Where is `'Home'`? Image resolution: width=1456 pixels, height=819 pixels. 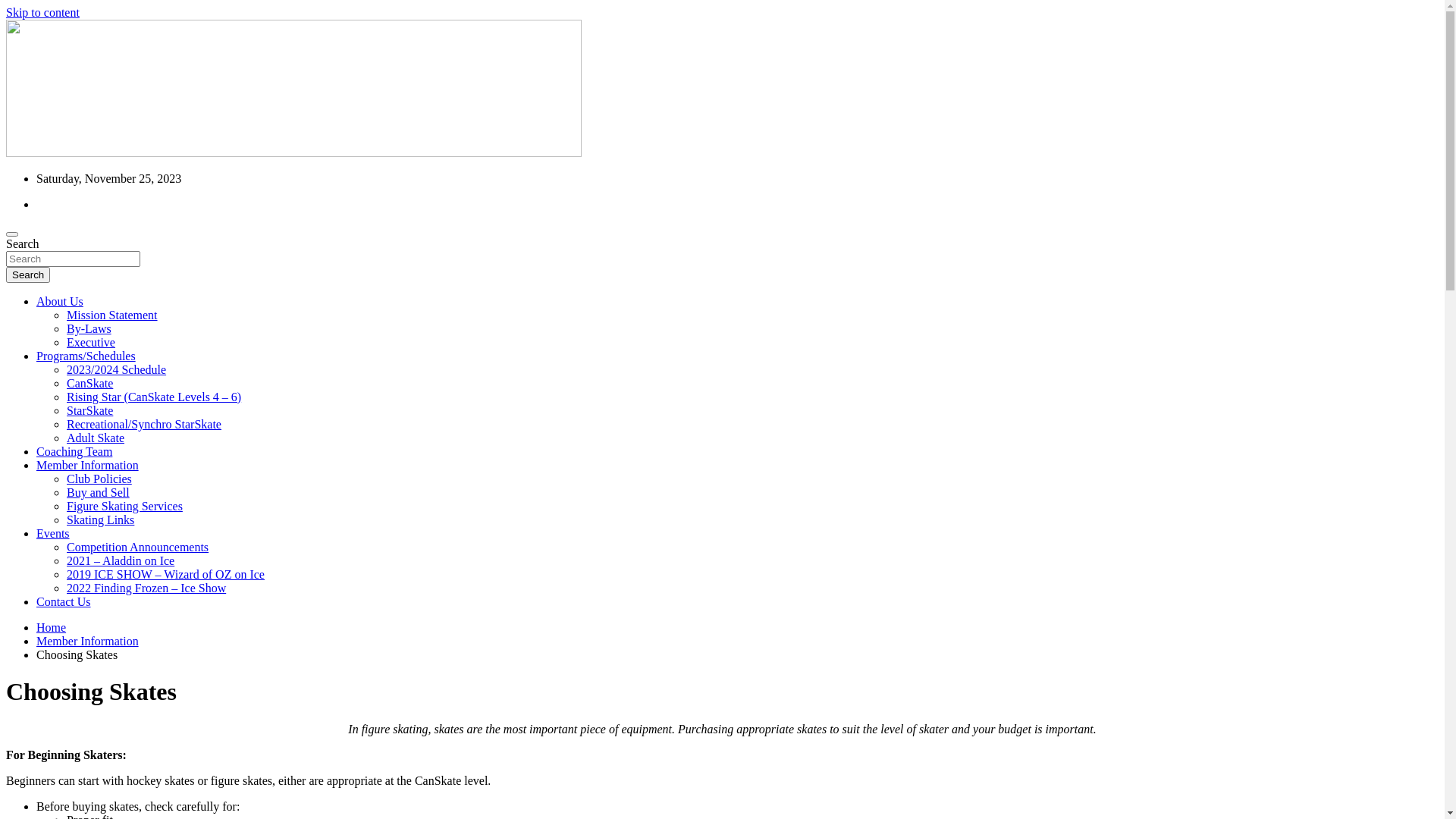
'Home' is located at coordinates (51, 627).